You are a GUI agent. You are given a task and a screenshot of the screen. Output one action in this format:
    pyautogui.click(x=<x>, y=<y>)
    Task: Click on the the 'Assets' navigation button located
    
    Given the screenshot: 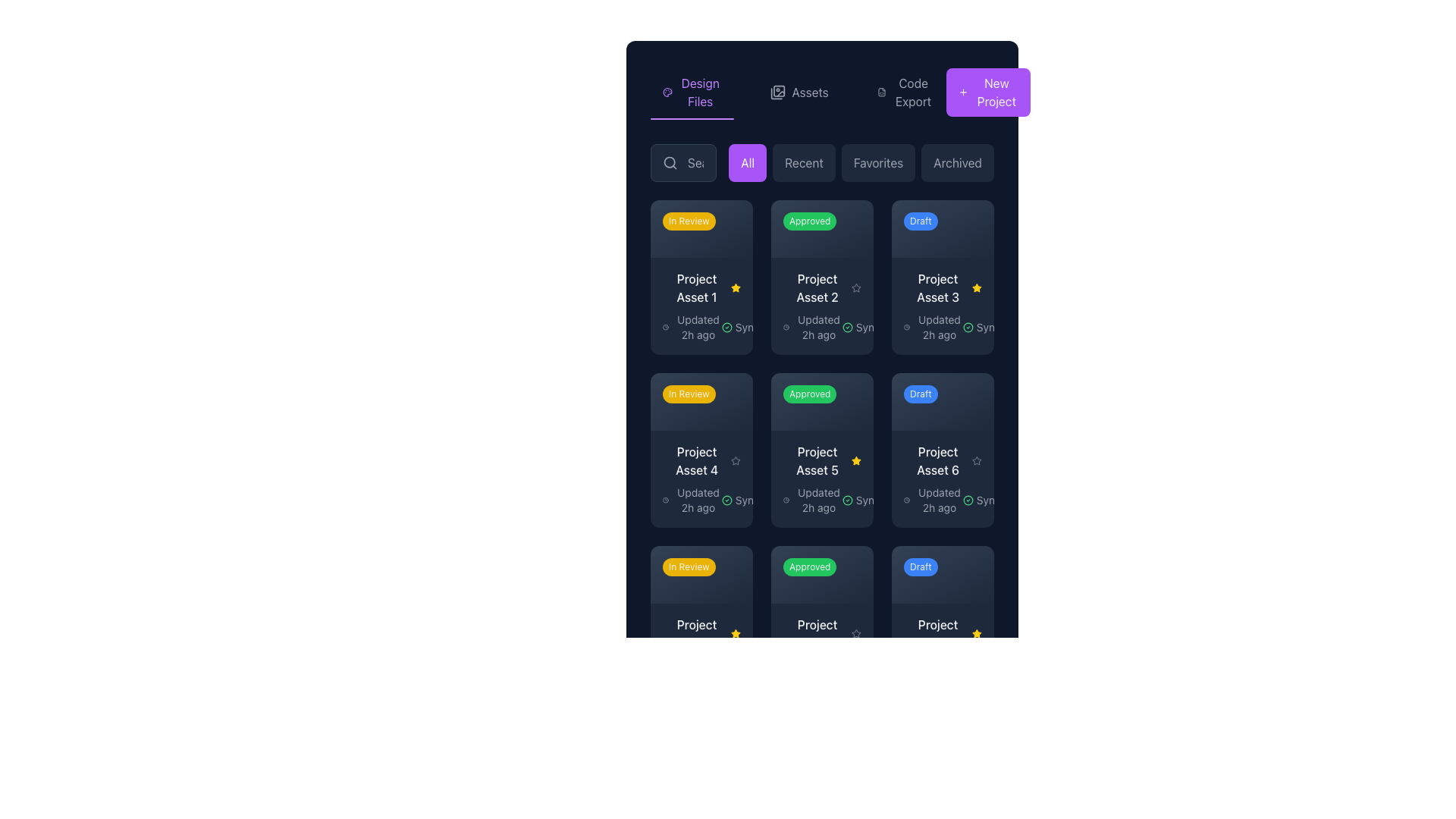 What is the action you would take?
    pyautogui.click(x=821, y=93)
    